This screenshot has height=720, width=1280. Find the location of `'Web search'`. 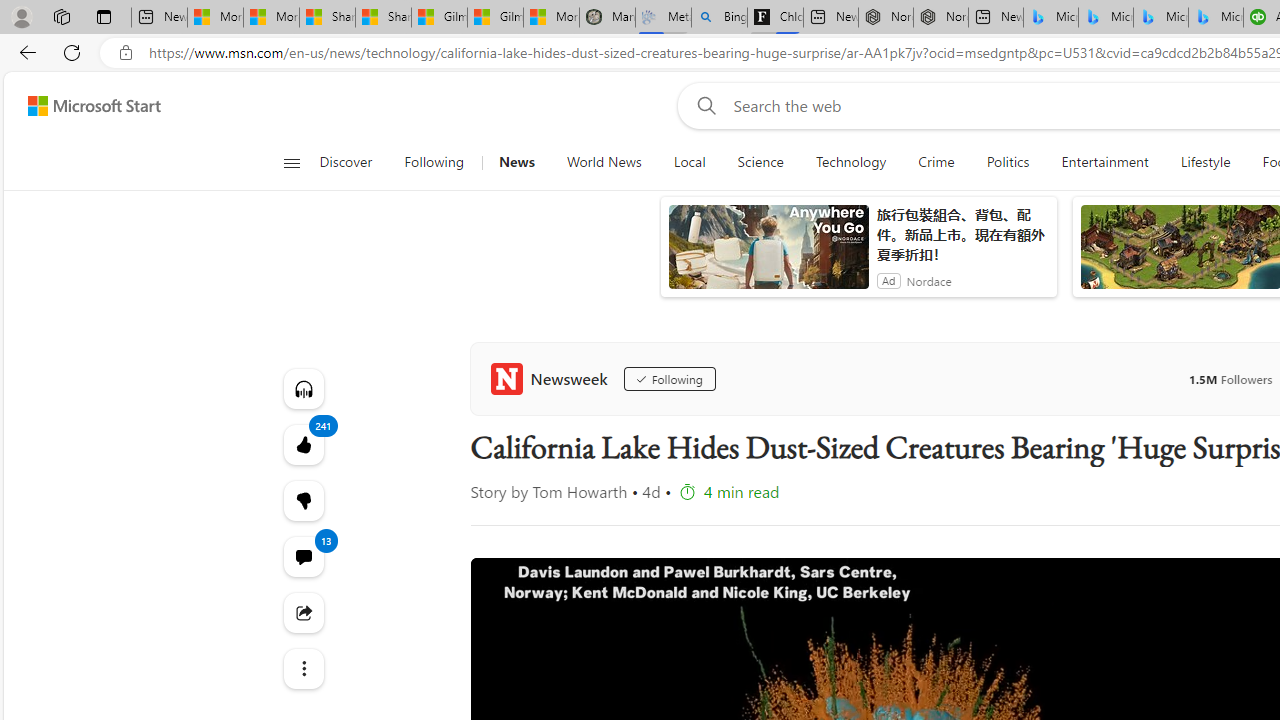

'Web search' is located at coordinates (702, 105).